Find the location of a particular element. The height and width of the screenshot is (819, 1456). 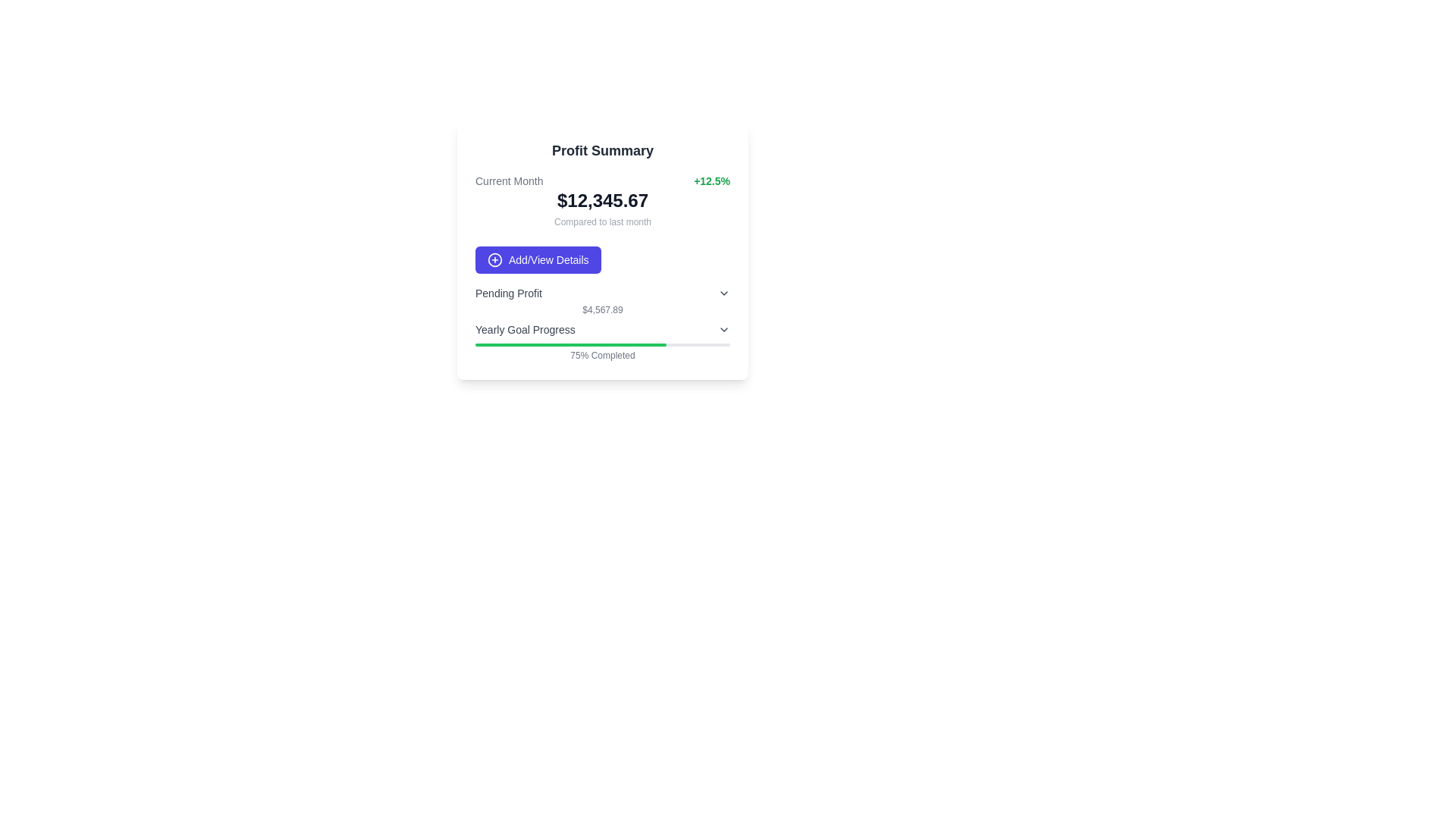

the 'Pending Profit' text label displayed in dark gray font, located beneath the 'Add/View Details' button at the top-center of the interface is located at coordinates (509, 293).